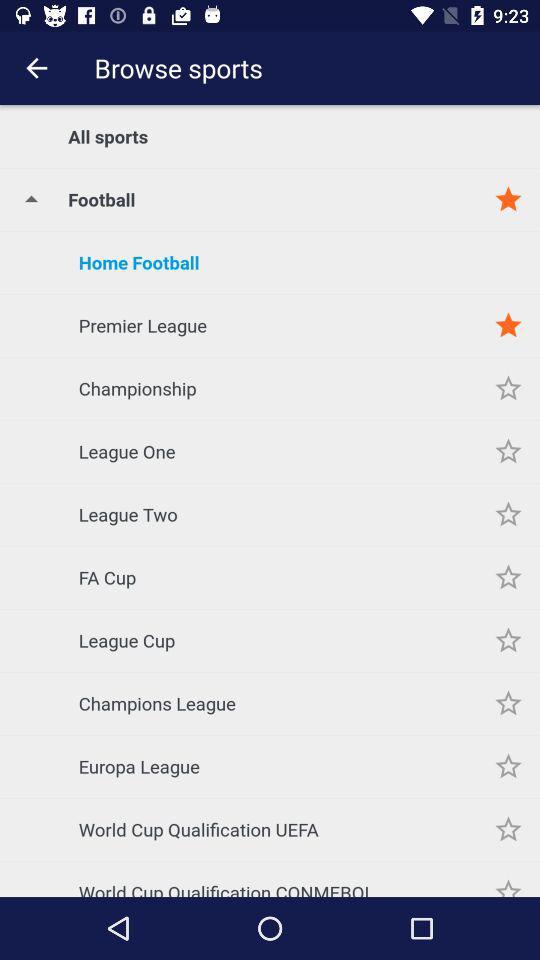 The height and width of the screenshot is (960, 540). Describe the element at coordinates (508, 829) in the screenshot. I see `item` at that location.